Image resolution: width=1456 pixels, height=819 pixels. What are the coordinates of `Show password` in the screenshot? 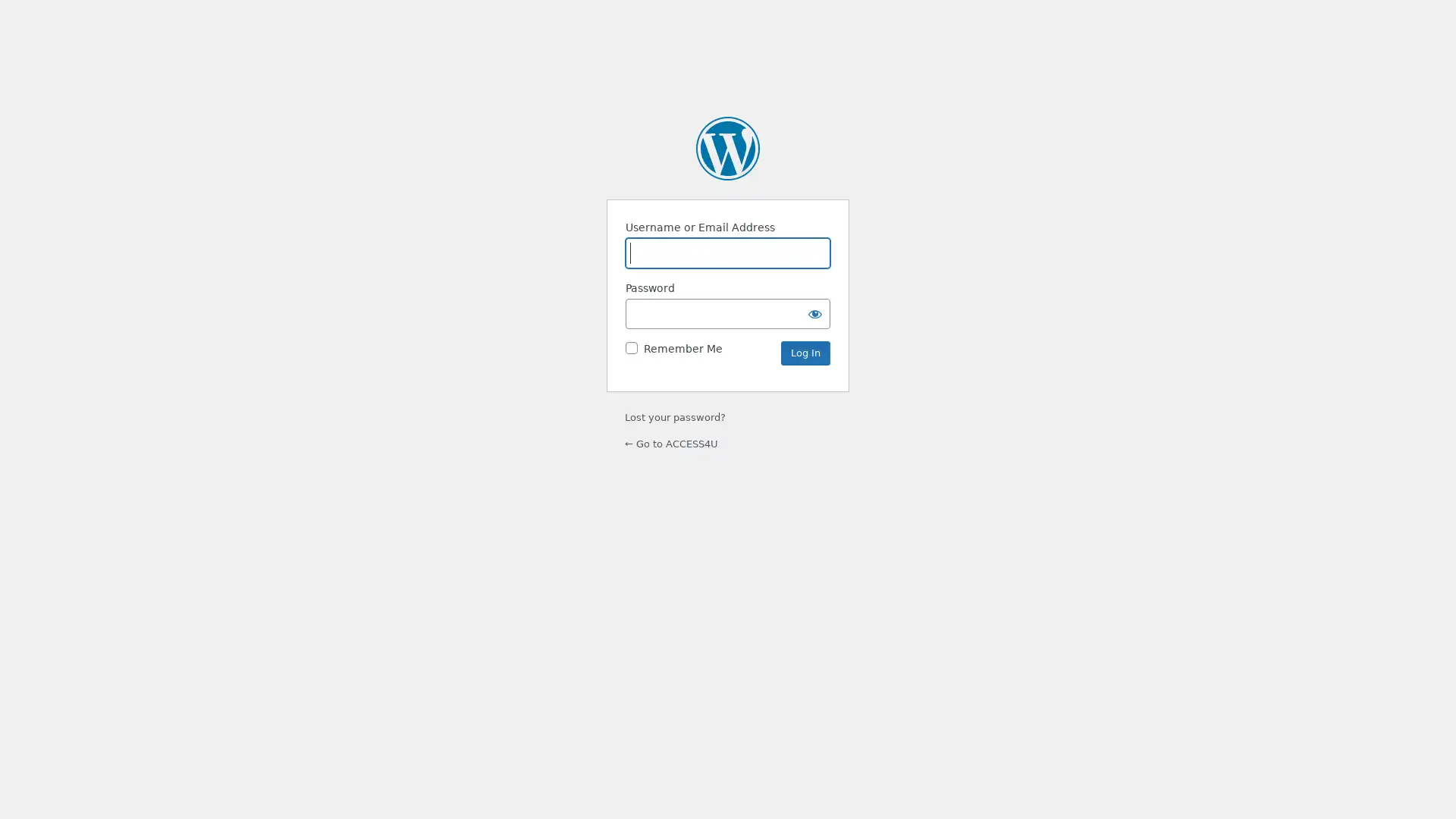 It's located at (814, 312).